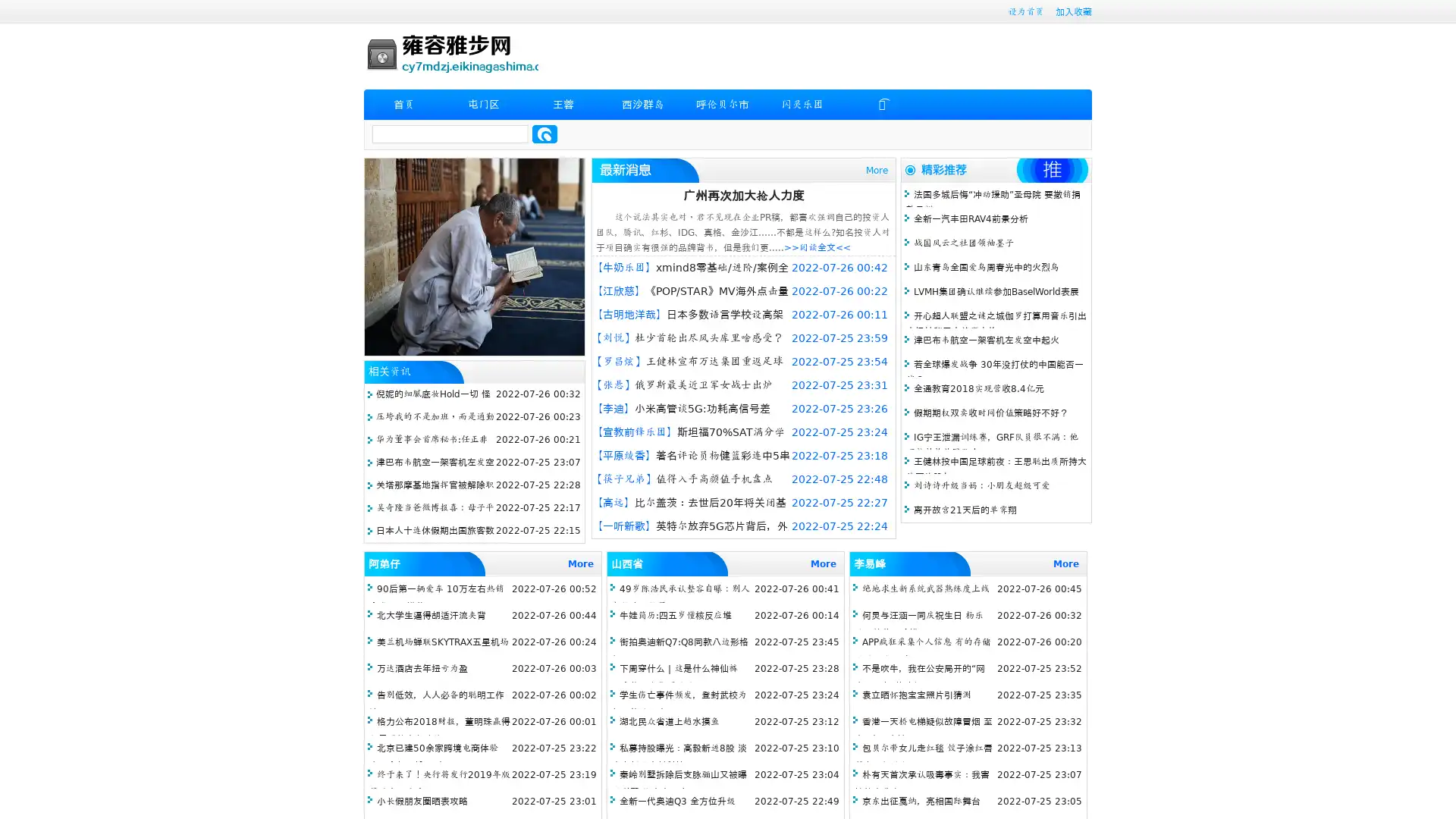 This screenshot has width=1456, height=819. I want to click on Search, so click(544, 133).